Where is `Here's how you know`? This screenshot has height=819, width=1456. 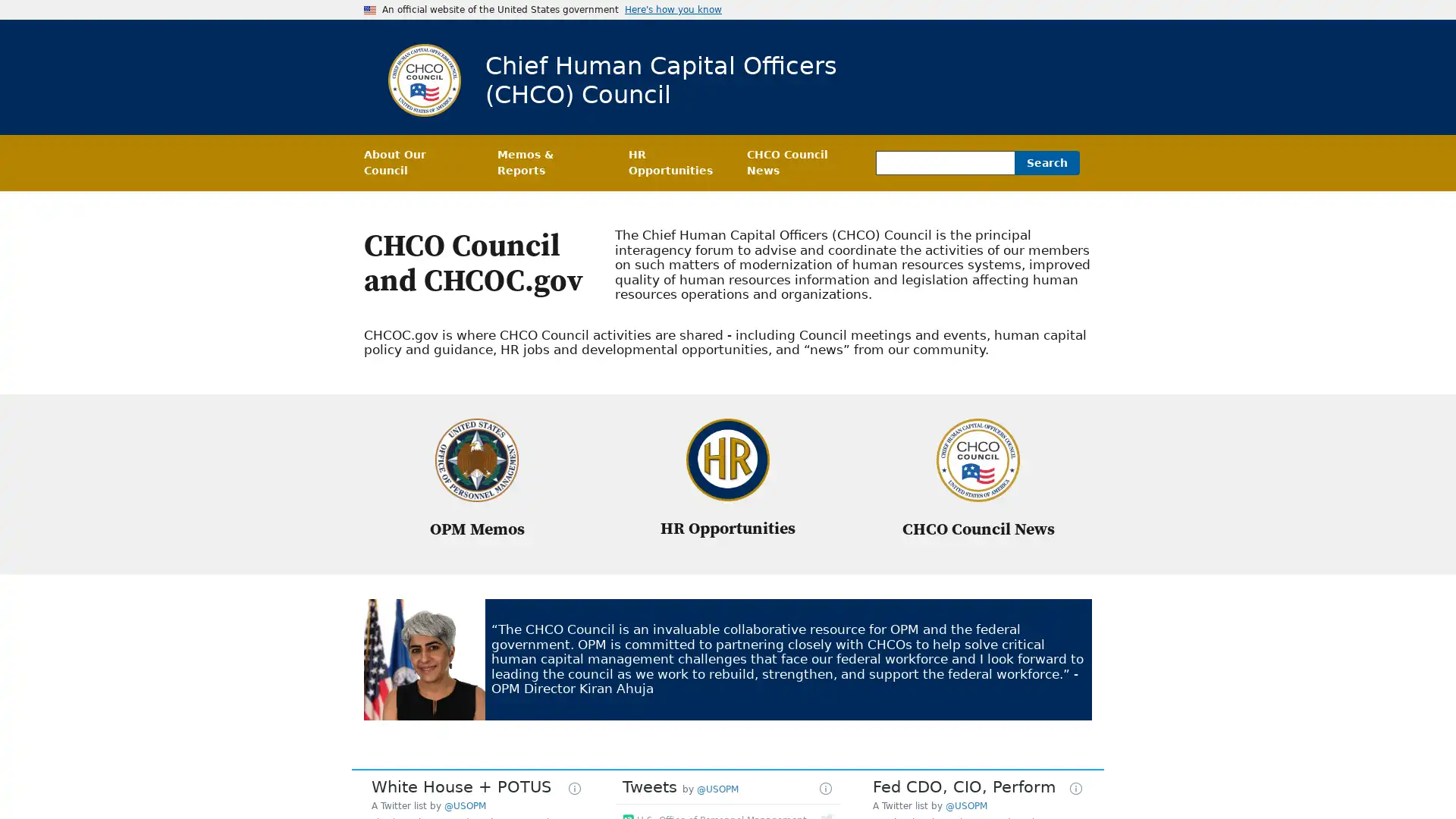 Here's how you know is located at coordinates (673, 9).